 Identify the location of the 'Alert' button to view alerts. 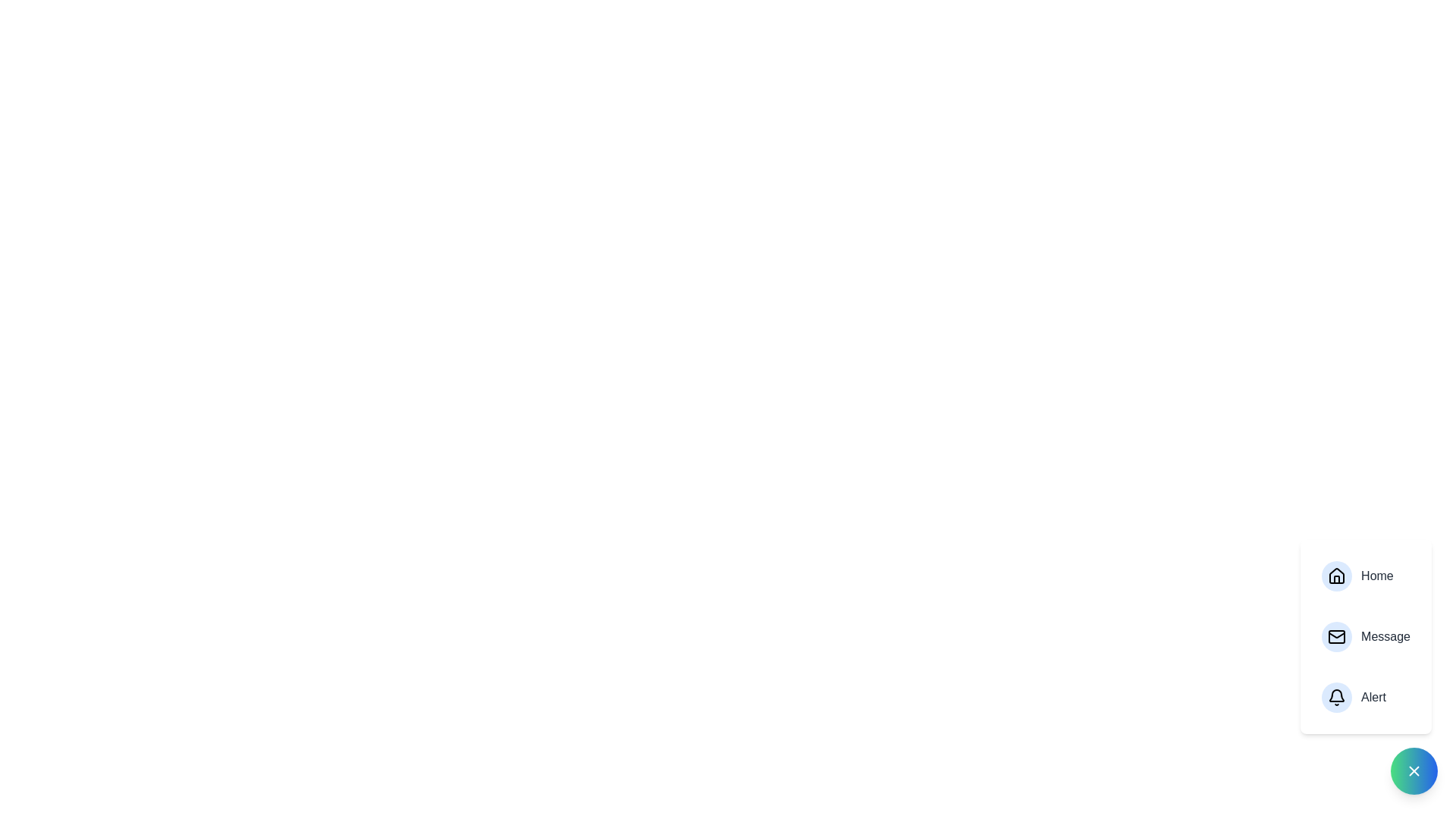
(1365, 698).